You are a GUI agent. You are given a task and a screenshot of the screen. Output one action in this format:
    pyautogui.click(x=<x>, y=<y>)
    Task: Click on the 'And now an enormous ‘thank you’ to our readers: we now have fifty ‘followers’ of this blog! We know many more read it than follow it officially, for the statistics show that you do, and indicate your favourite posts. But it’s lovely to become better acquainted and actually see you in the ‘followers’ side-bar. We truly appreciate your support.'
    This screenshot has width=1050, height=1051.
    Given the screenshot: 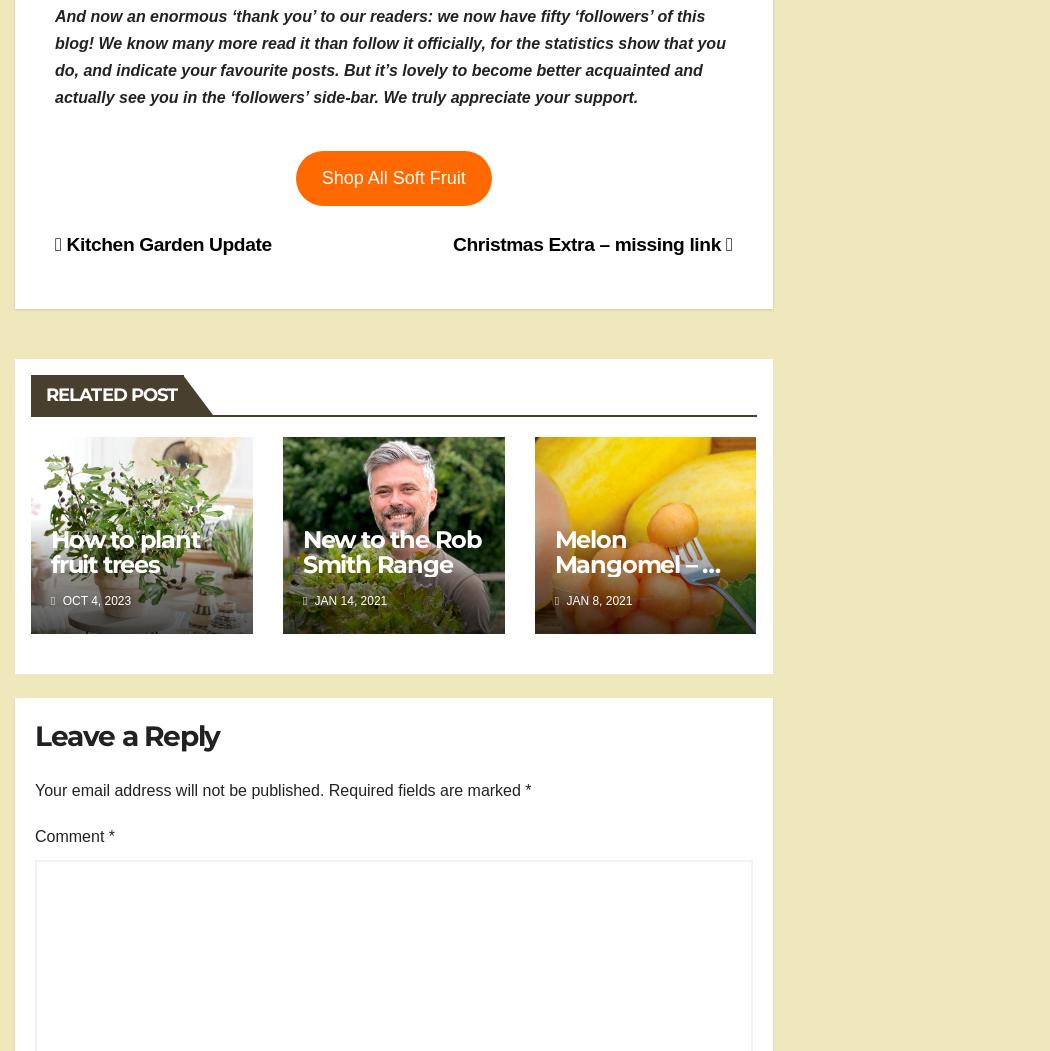 What is the action you would take?
    pyautogui.click(x=389, y=55)
    